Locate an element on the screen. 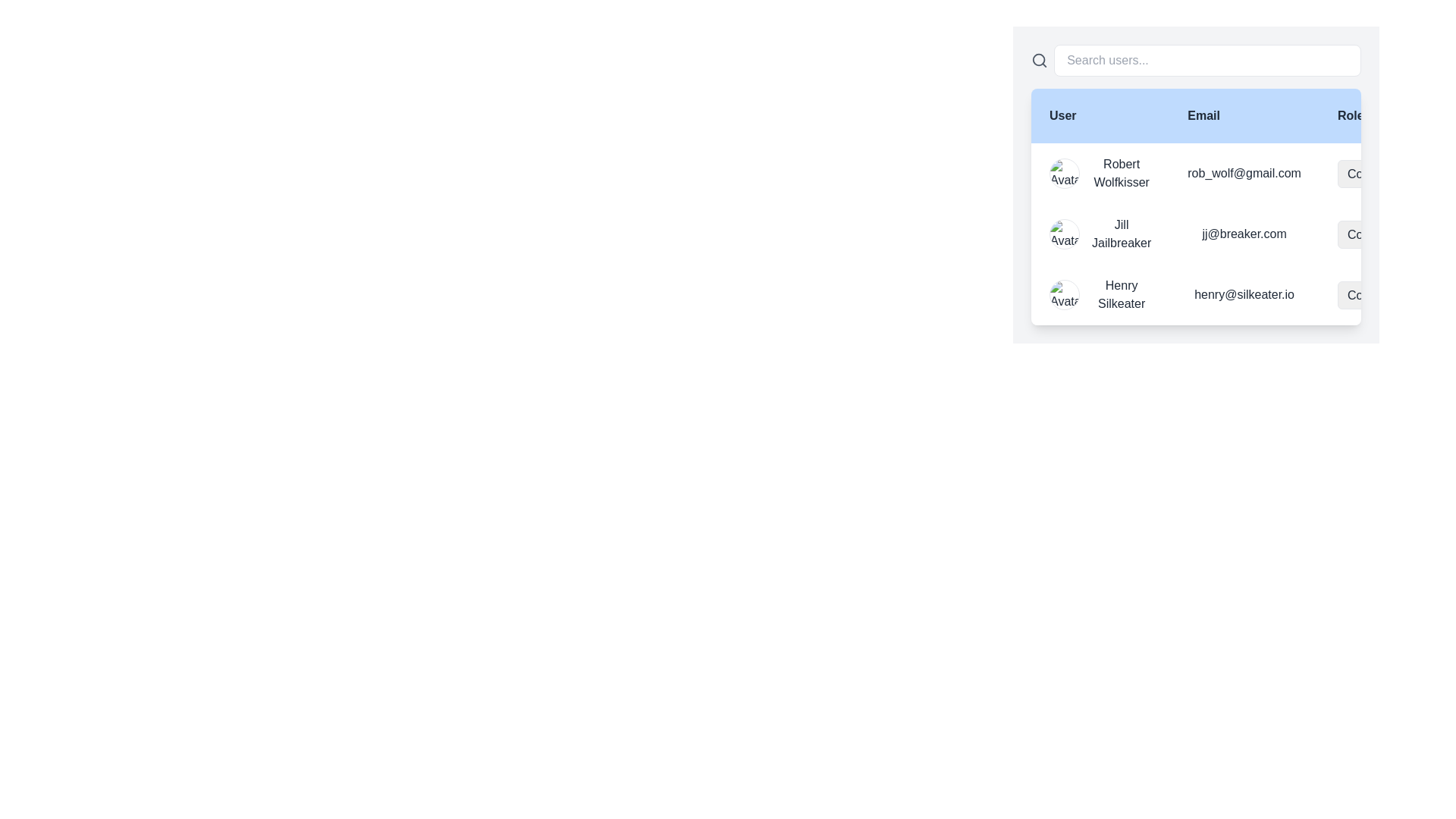 The image size is (1456, 819). the 'Email' column header in the tabular layout for accessibility is located at coordinates (1244, 115).